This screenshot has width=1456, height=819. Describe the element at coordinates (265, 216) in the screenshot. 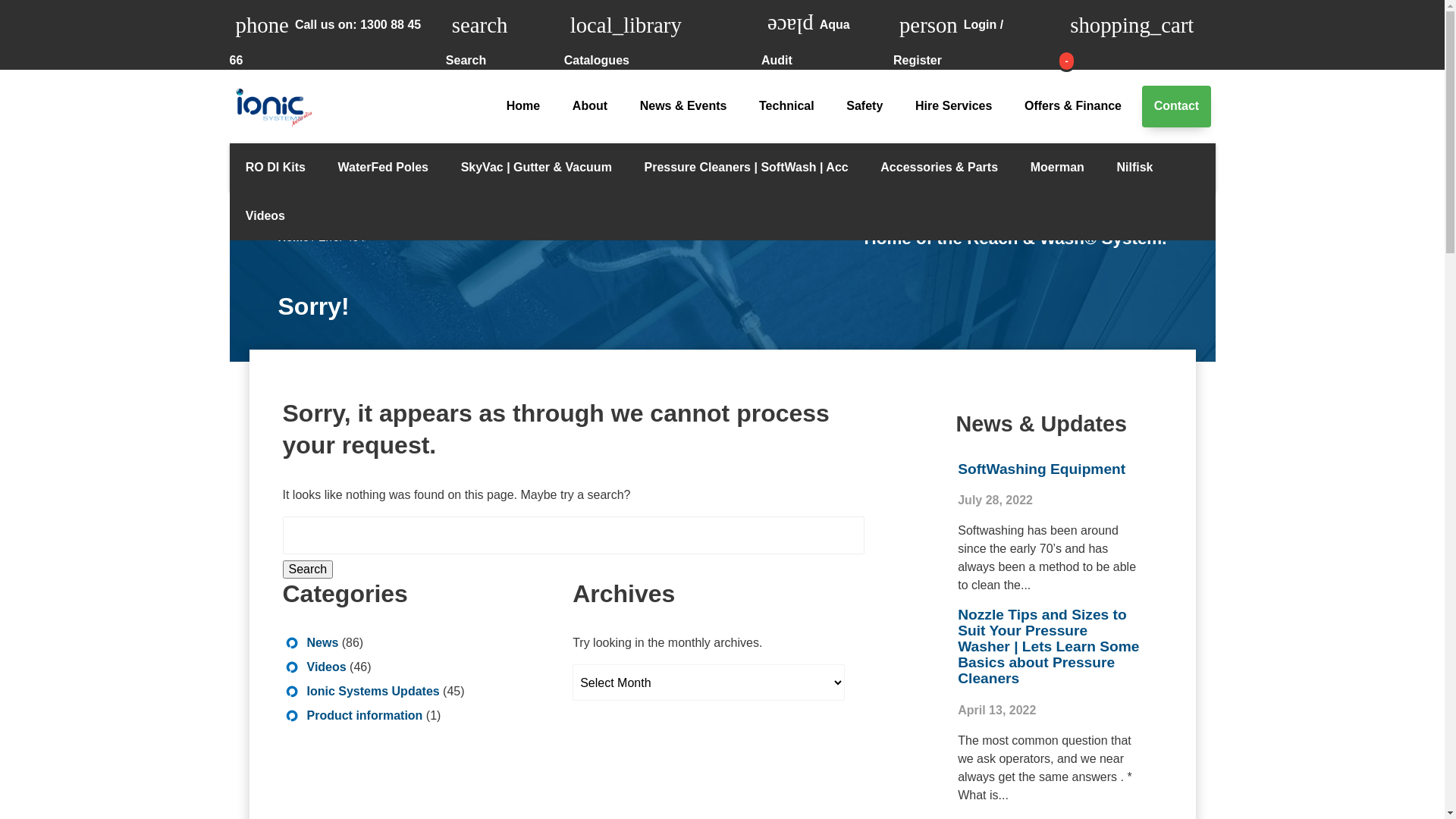

I see `'Videos'` at that location.